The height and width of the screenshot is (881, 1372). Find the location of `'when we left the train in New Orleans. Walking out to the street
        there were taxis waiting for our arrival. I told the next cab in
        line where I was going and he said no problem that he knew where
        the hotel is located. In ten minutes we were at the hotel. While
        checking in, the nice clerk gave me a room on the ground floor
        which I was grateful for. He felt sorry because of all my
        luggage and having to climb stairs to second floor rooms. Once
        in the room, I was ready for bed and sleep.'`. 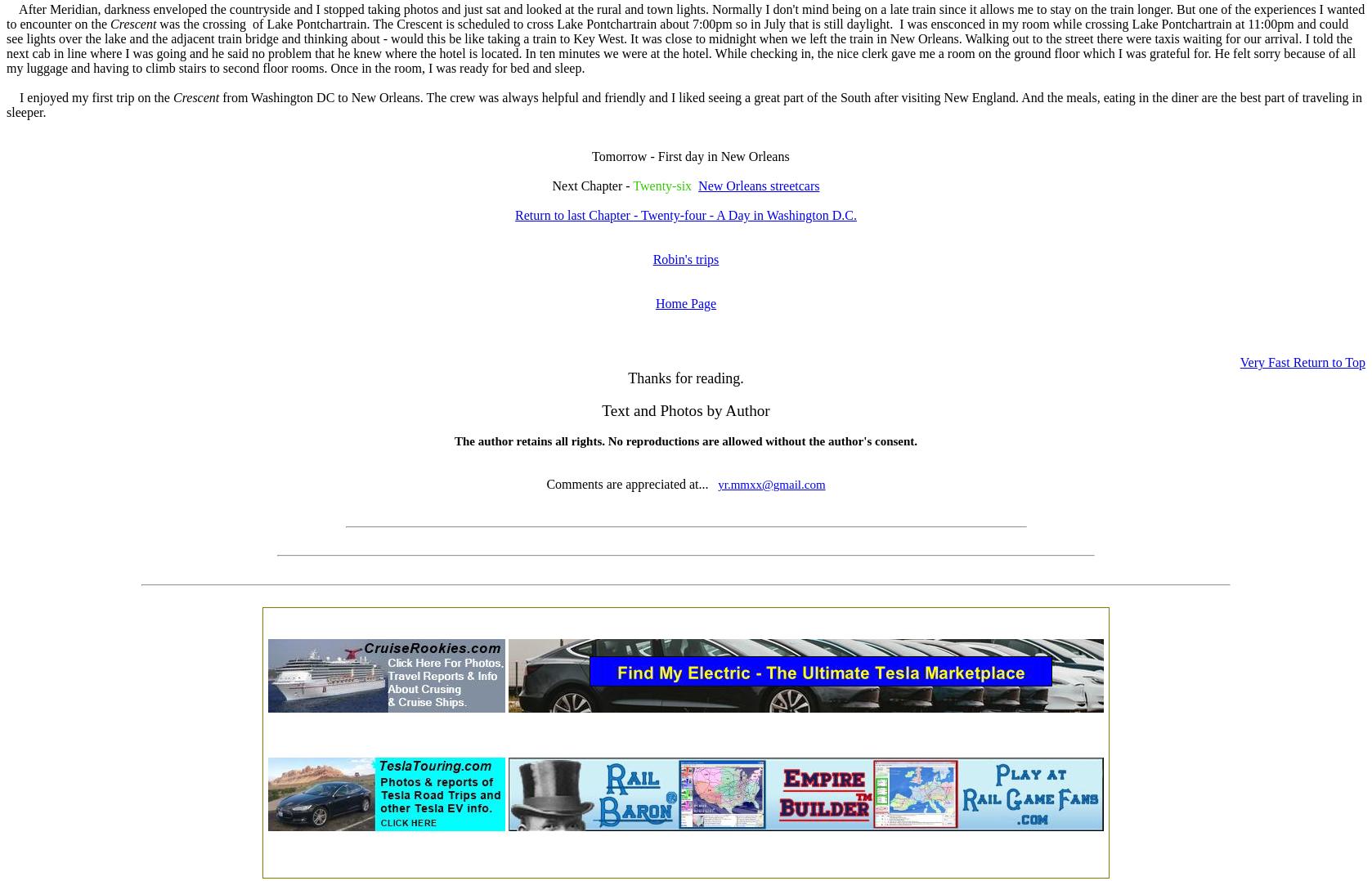

'when we left the train in New Orleans. Walking out to the street
        there were taxis waiting for our arrival. I told the next cab in
        line where I was going and he said no problem that he knew where
        the hotel is located. In ten minutes we were at the hotel. While
        checking in, the nice clerk gave me a room on the ground floor
        which I was grateful for. He felt sorry because of all my
        luggage and having to climb stairs to second floor rooms. Once
        in the room, I was ready for bed and sleep.' is located at coordinates (679, 53).